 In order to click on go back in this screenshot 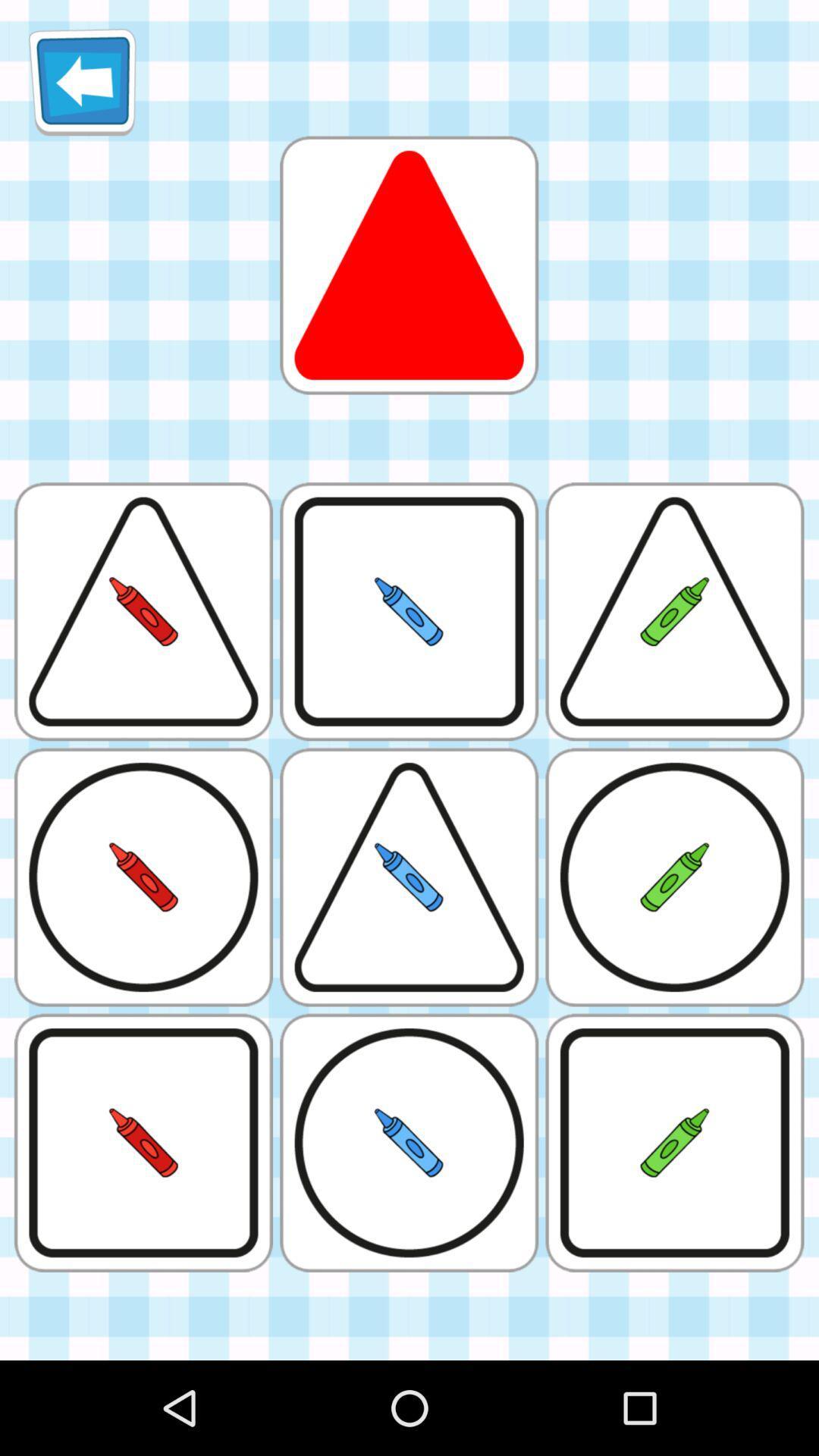, I will do `click(82, 81)`.